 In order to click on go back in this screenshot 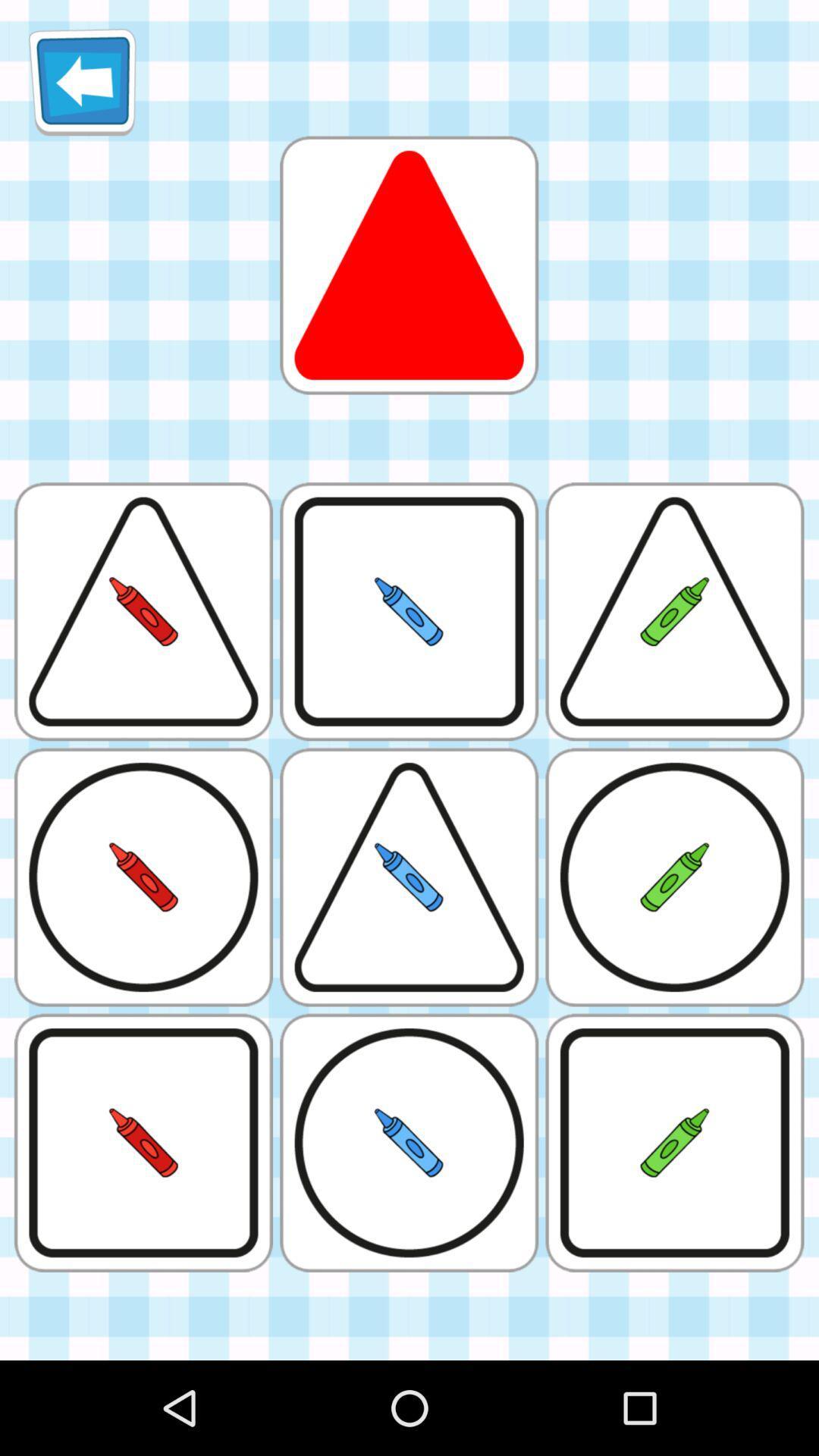, I will do `click(82, 81)`.